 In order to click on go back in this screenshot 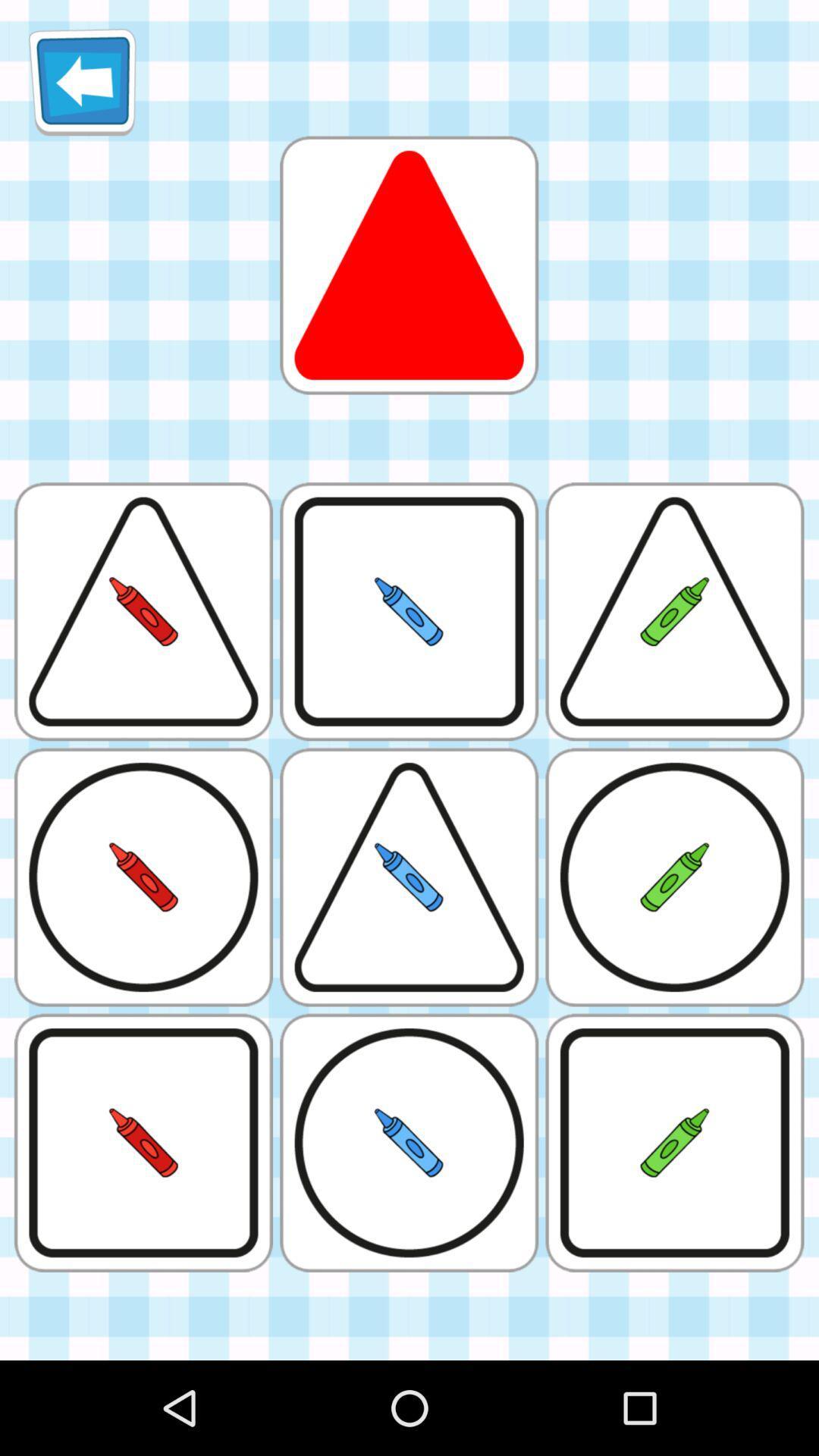, I will do `click(82, 81)`.